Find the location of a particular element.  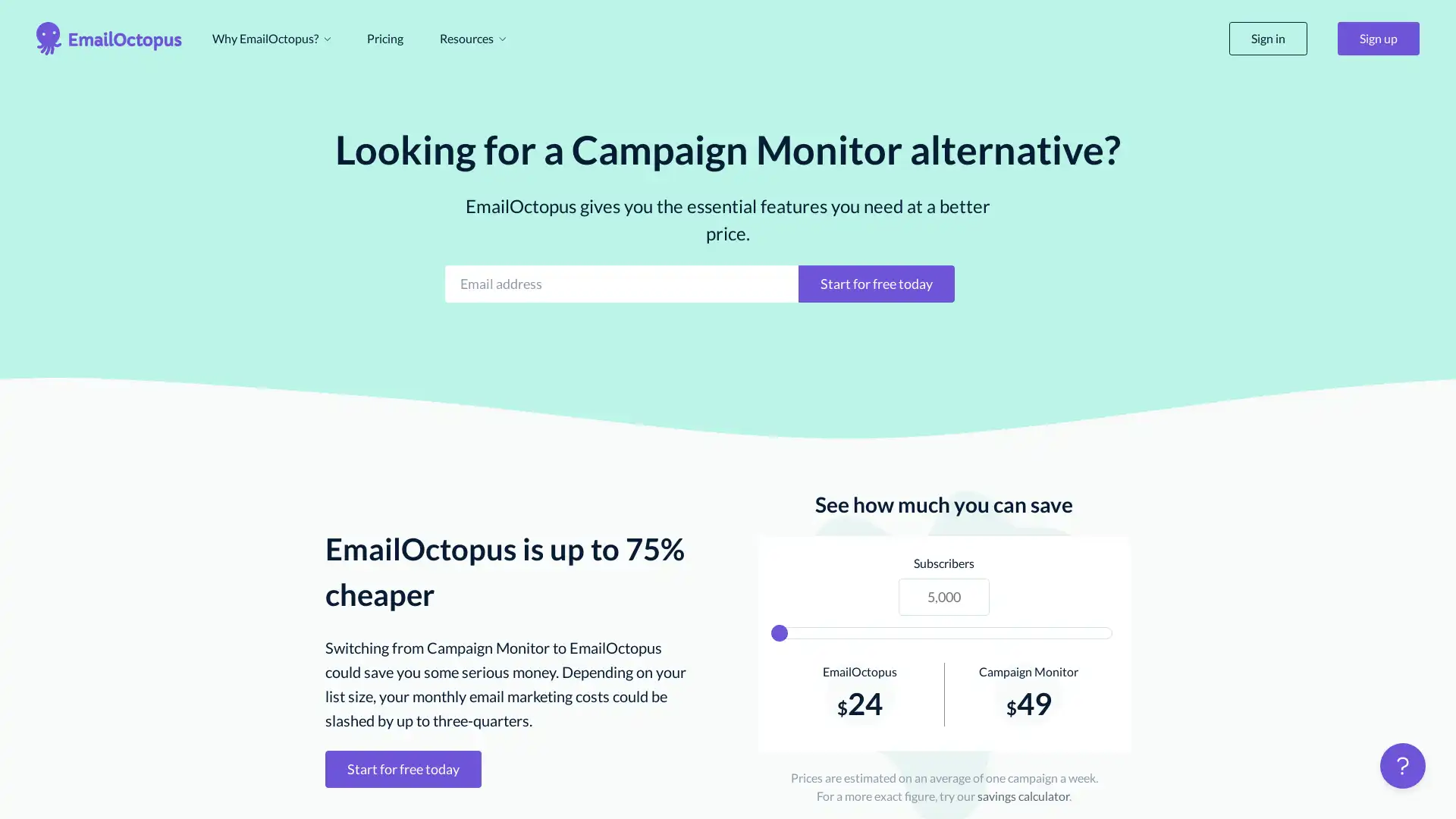

Start for free today is located at coordinates (877, 283).